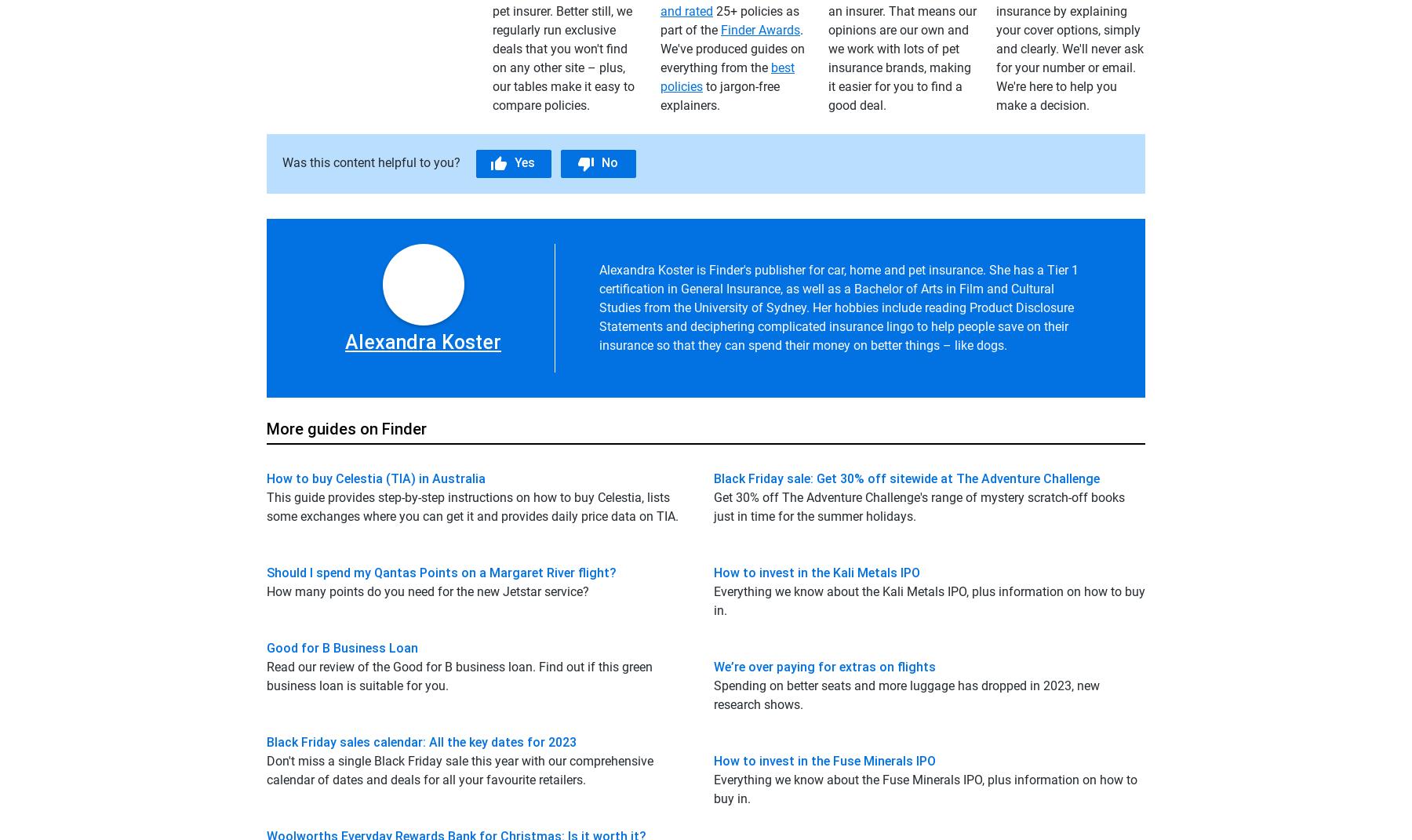 The image size is (1412, 840). Describe the element at coordinates (905, 478) in the screenshot. I see `'Black Friday sale: Get 30% off sitewide at The Adventure Challenge'` at that location.